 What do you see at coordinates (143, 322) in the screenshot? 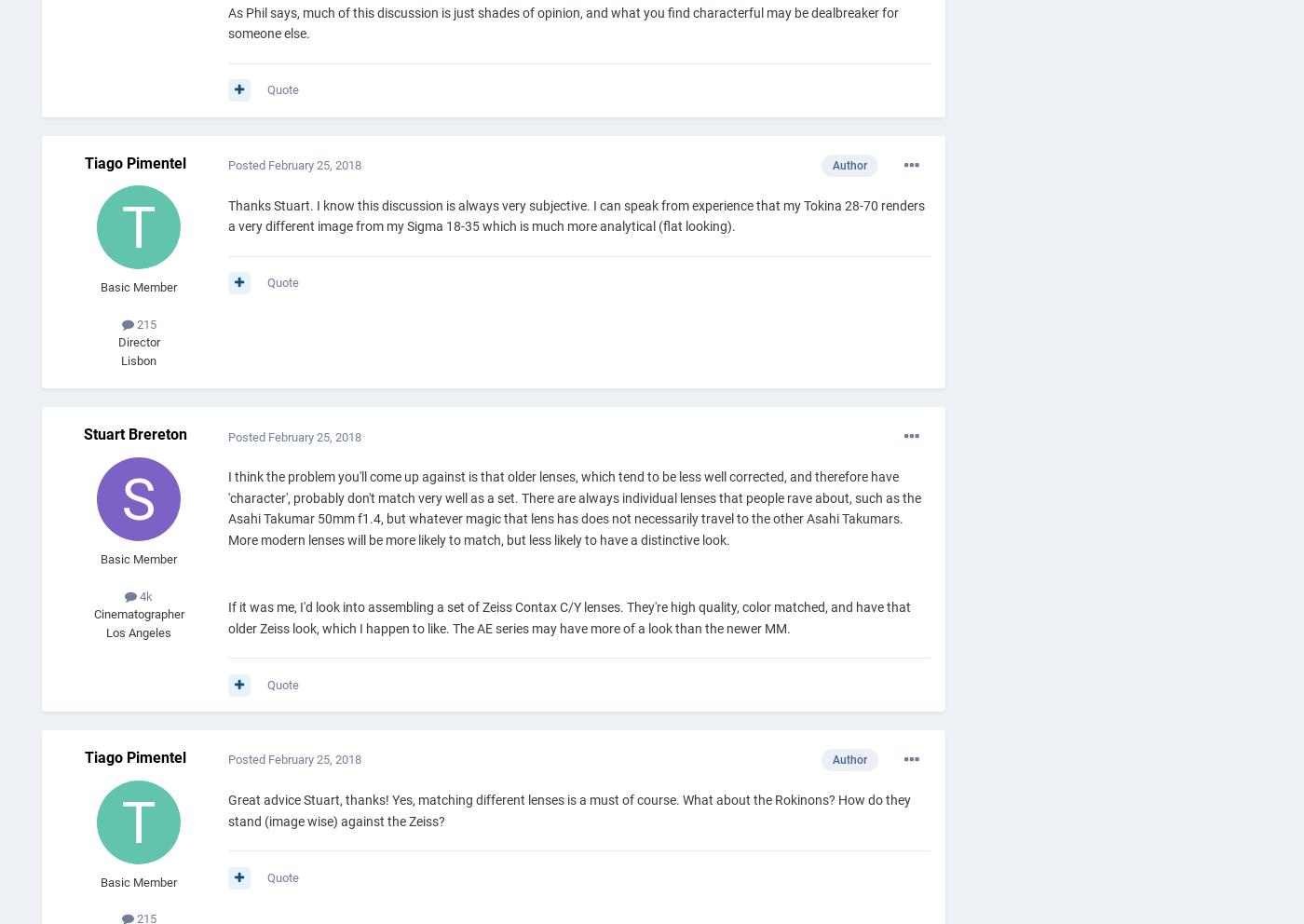
I see `'215'` at bounding box center [143, 322].